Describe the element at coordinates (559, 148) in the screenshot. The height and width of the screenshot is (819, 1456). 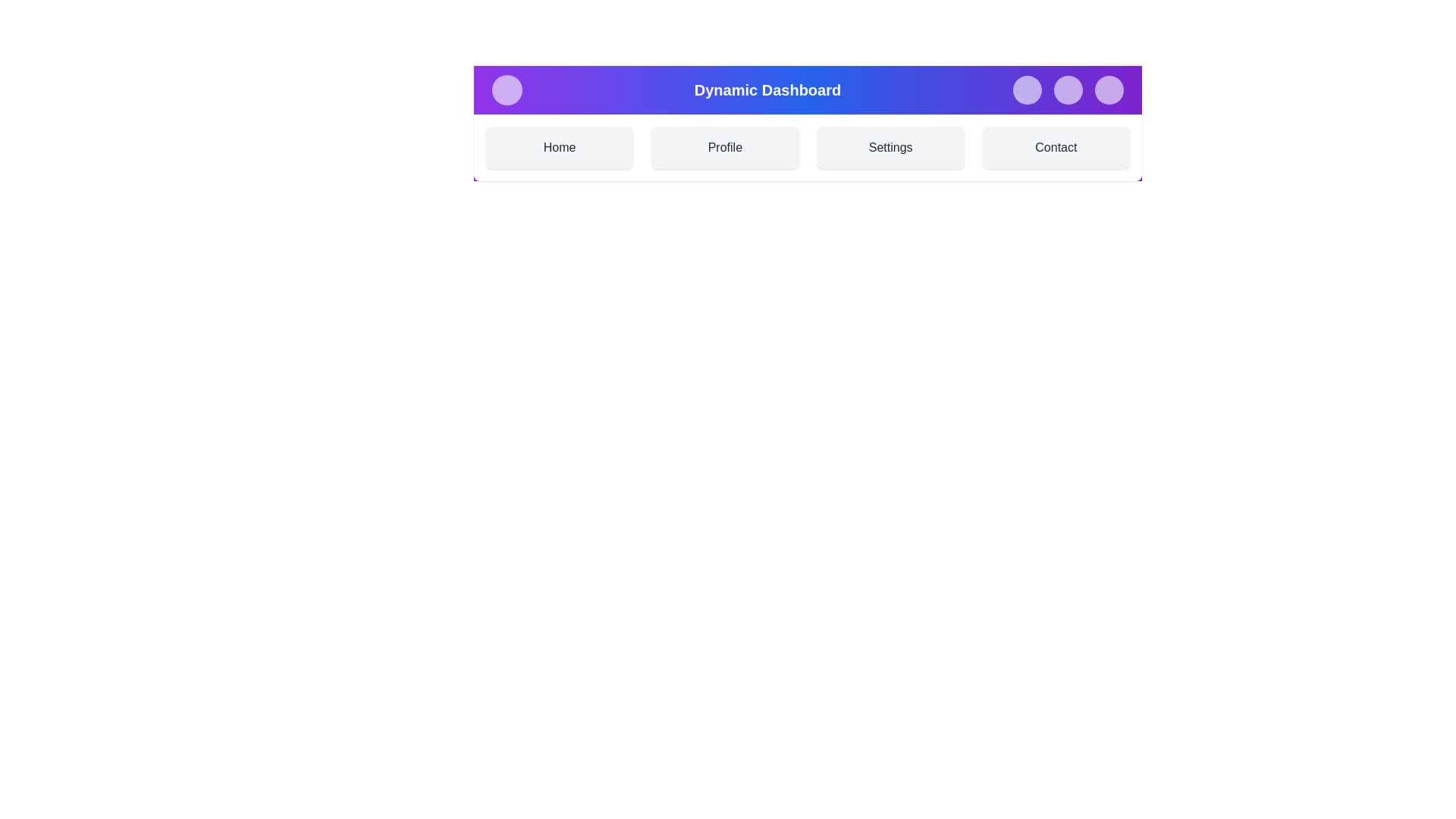
I see `the 'Home' section to view its content` at that location.